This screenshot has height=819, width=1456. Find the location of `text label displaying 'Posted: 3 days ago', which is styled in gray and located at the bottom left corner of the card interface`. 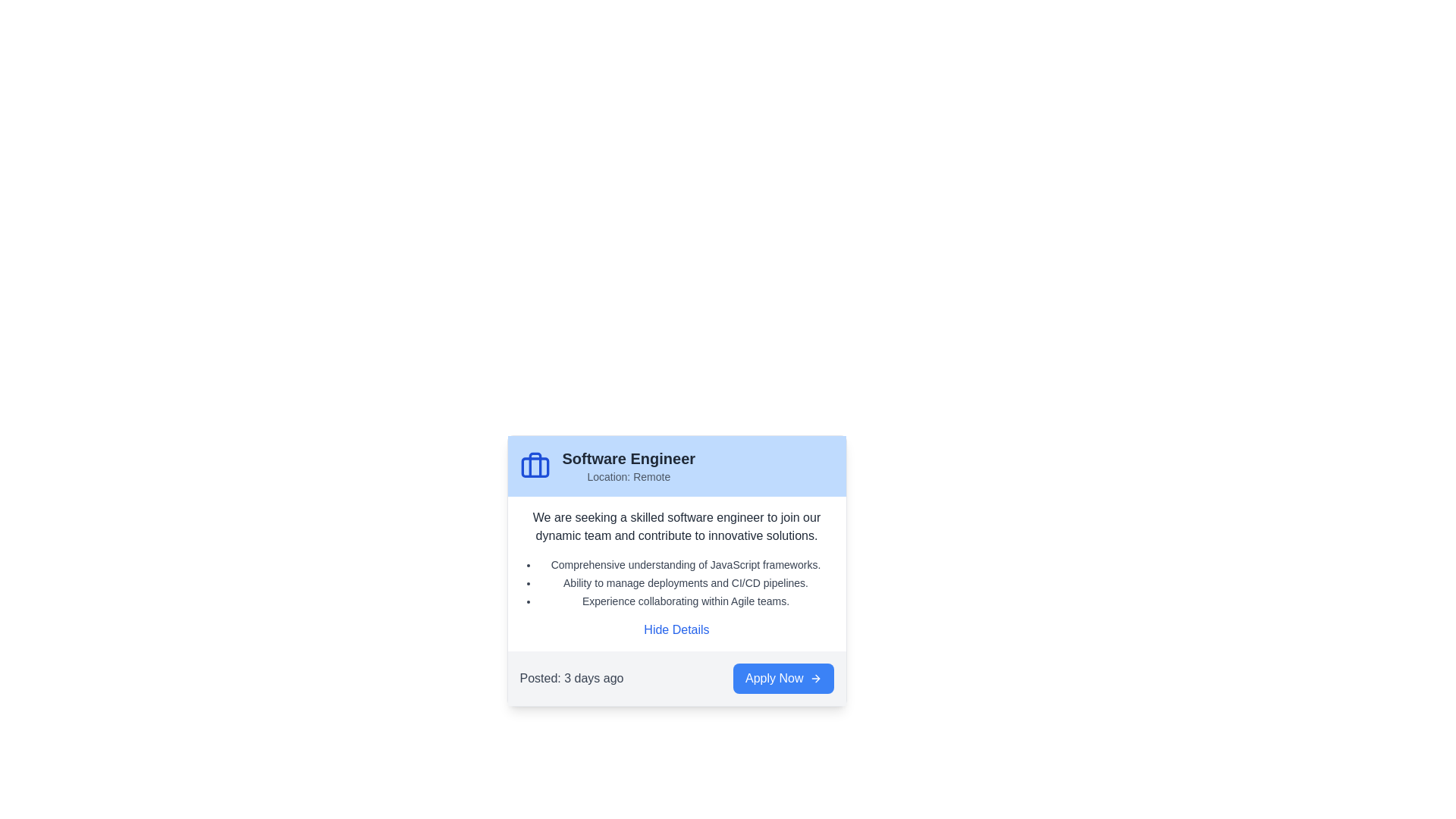

text label displaying 'Posted: 3 days ago', which is styled in gray and located at the bottom left corner of the card interface is located at coordinates (570, 677).